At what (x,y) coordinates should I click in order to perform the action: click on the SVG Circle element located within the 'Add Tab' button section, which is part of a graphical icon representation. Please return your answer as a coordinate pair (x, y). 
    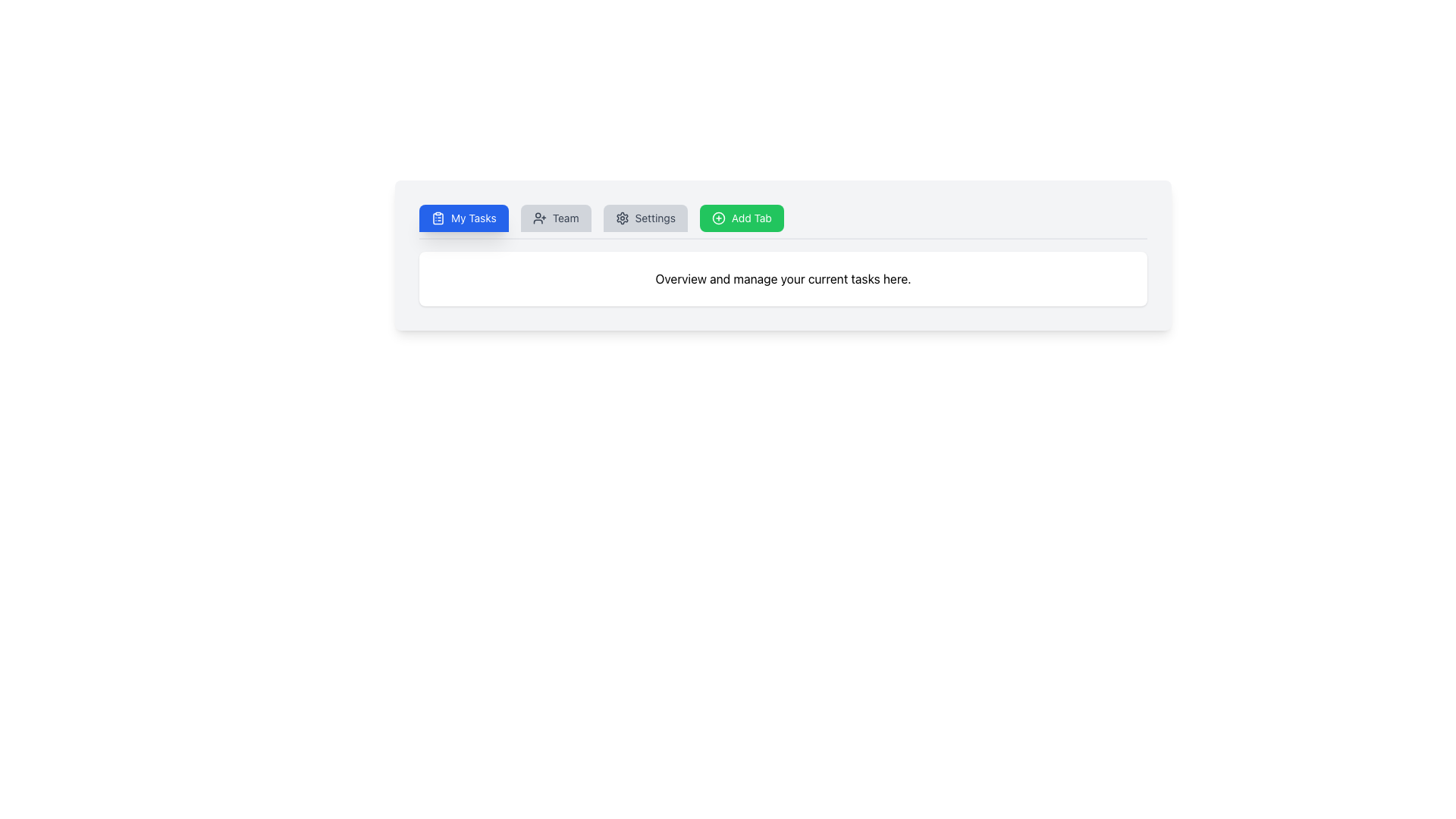
    Looking at the image, I should click on (717, 218).